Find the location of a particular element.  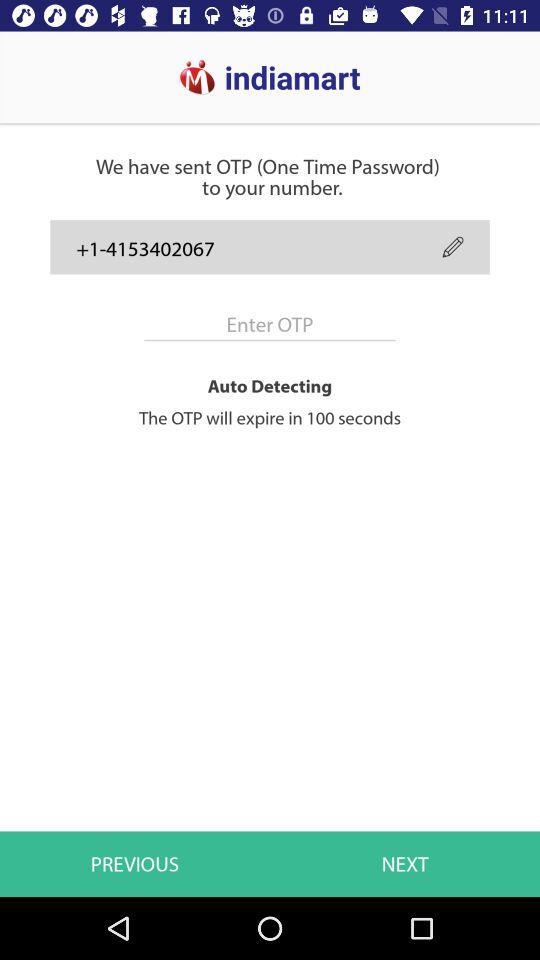

the icon to the right of the previous is located at coordinates (405, 863).